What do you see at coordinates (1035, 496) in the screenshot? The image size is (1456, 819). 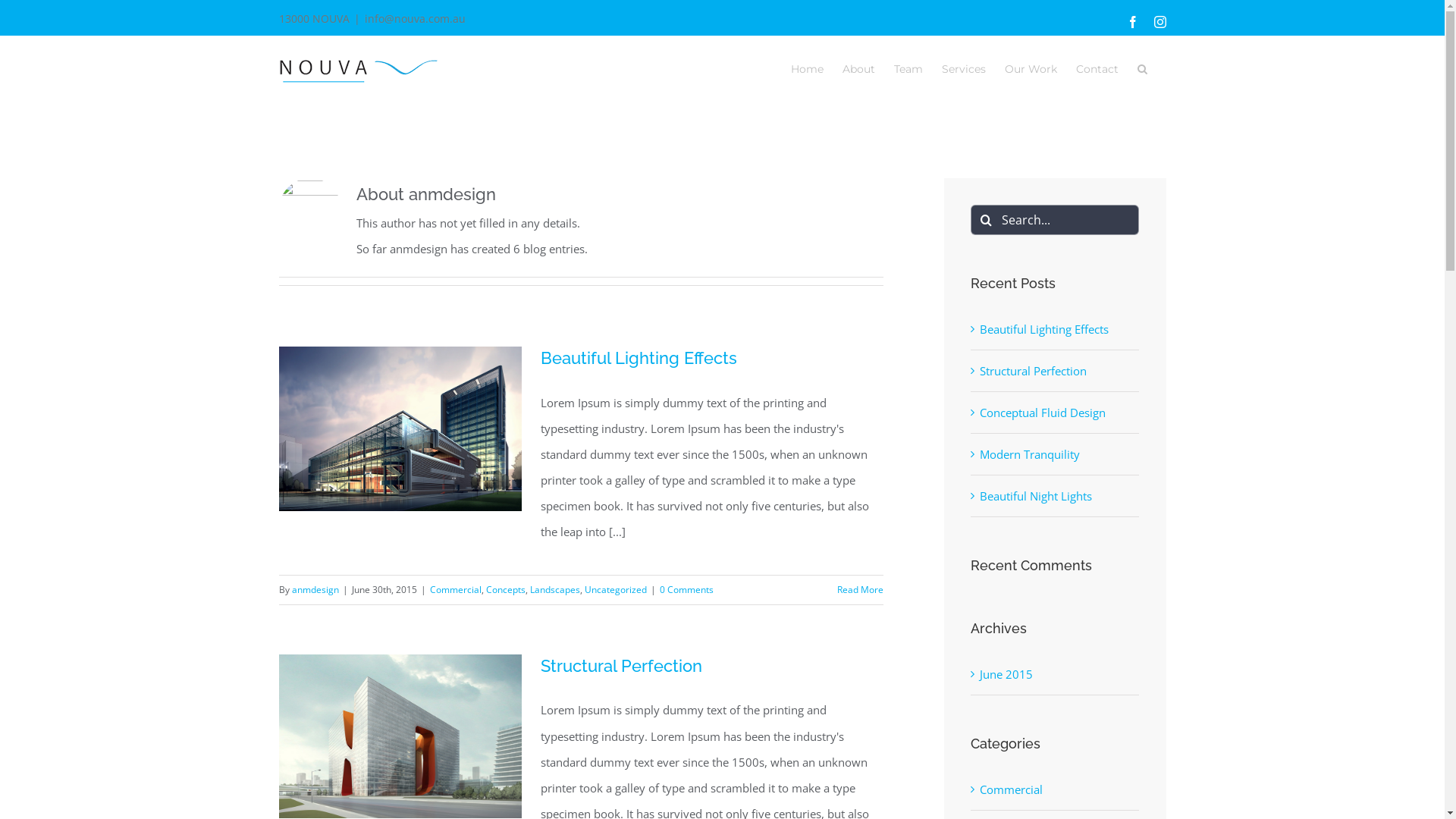 I see `'Beautiful Night Lights'` at bounding box center [1035, 496].